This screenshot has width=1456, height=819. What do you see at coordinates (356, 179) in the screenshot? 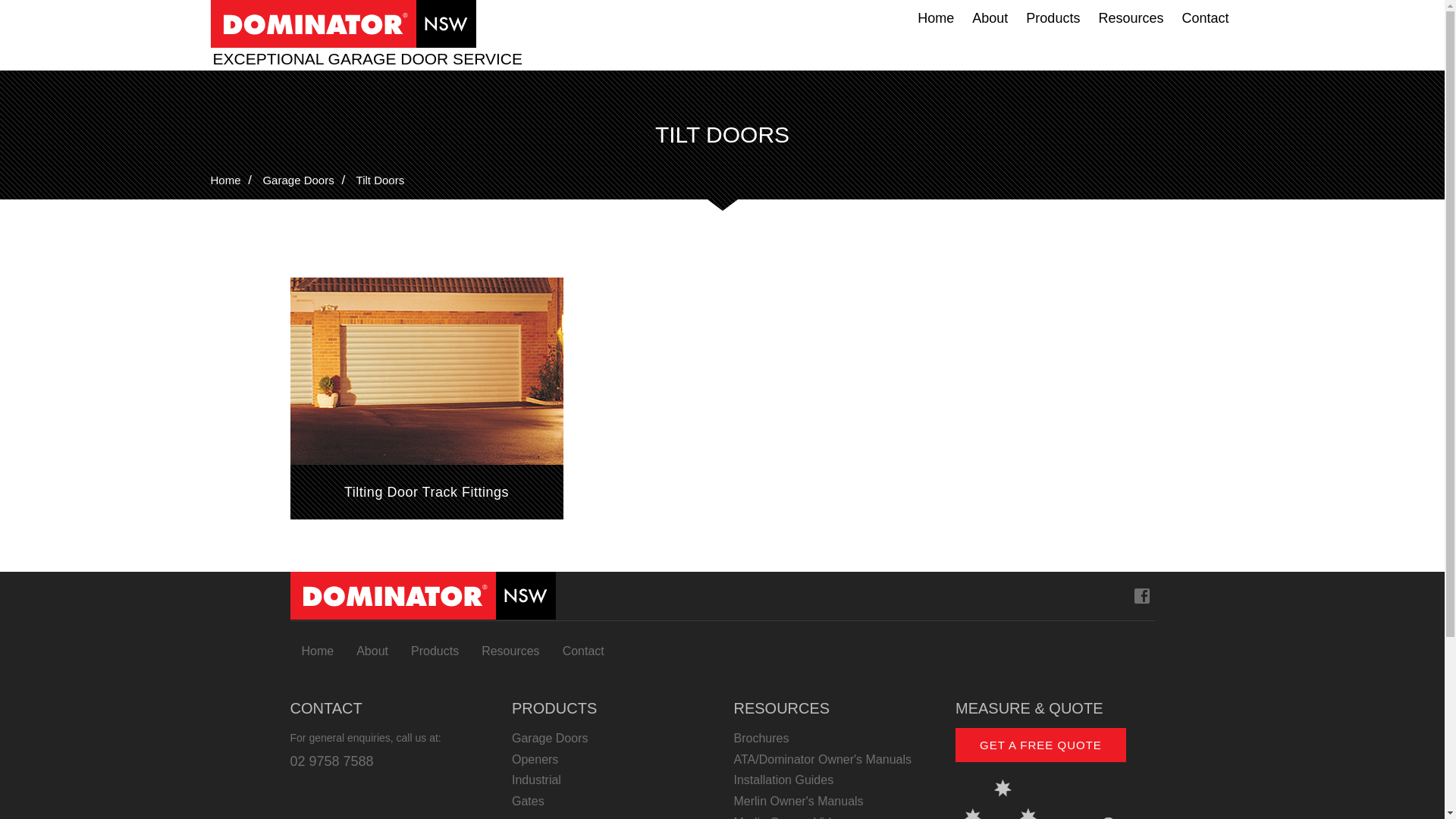
I see `'Tilt Doors'` at bounding box center [356, 179].